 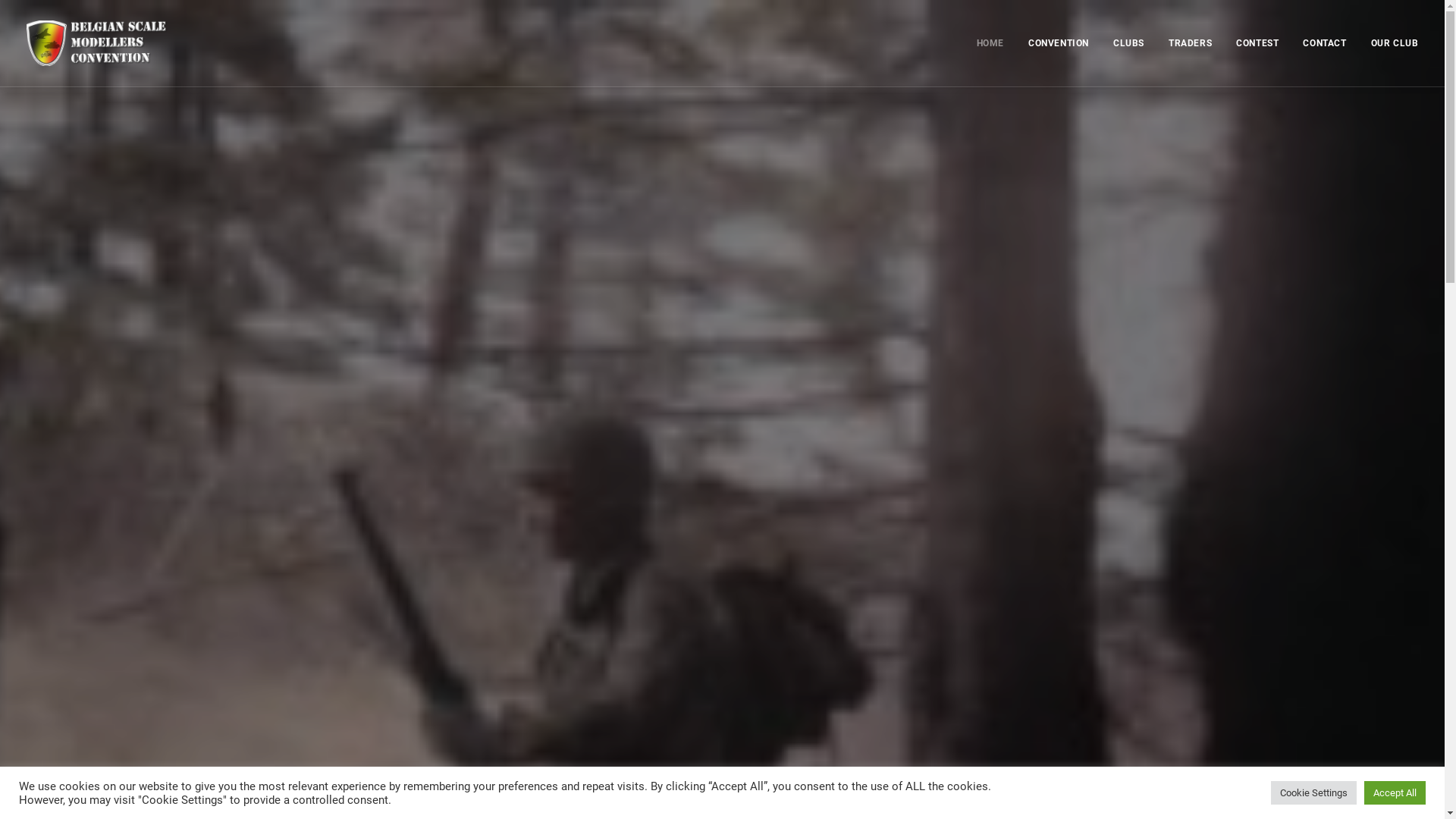 What do you see at coordinates (1395, 792) in the screenshot?
I see `'Accept All'` at bounding box center [1395, 792].